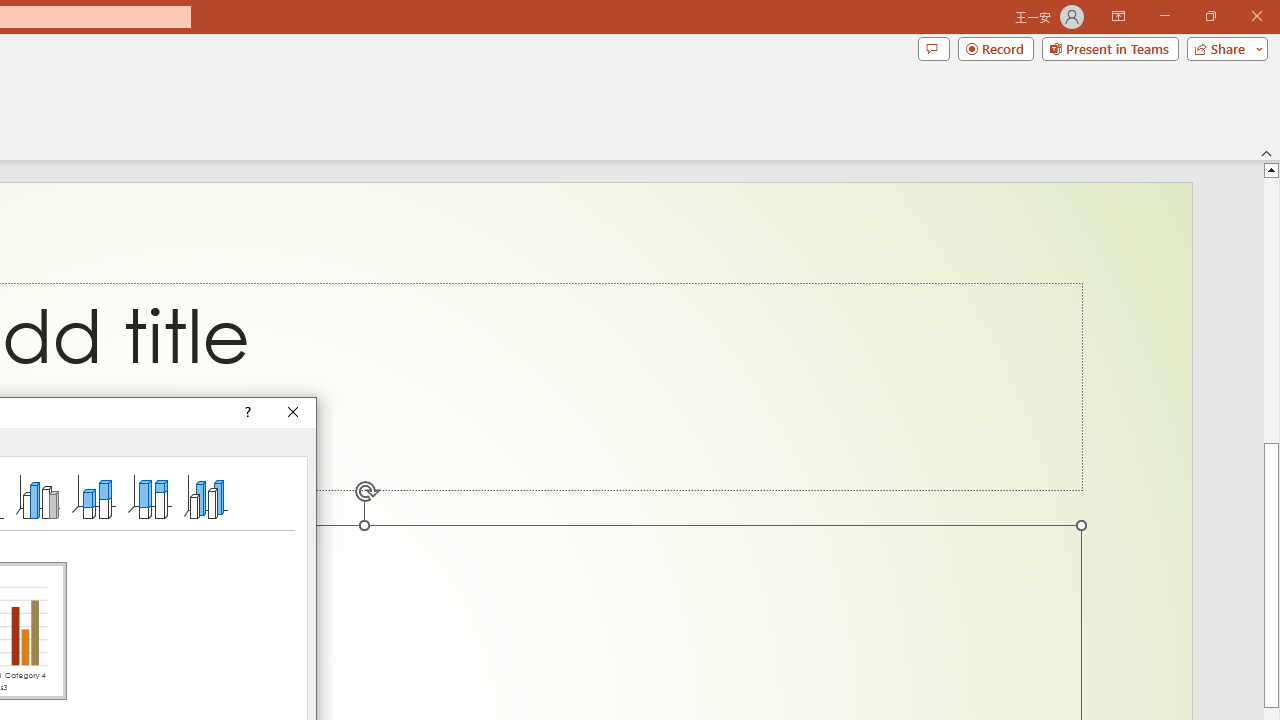 The image size is (1280, 720). I want to click on 'Context help', so click(245, 411).